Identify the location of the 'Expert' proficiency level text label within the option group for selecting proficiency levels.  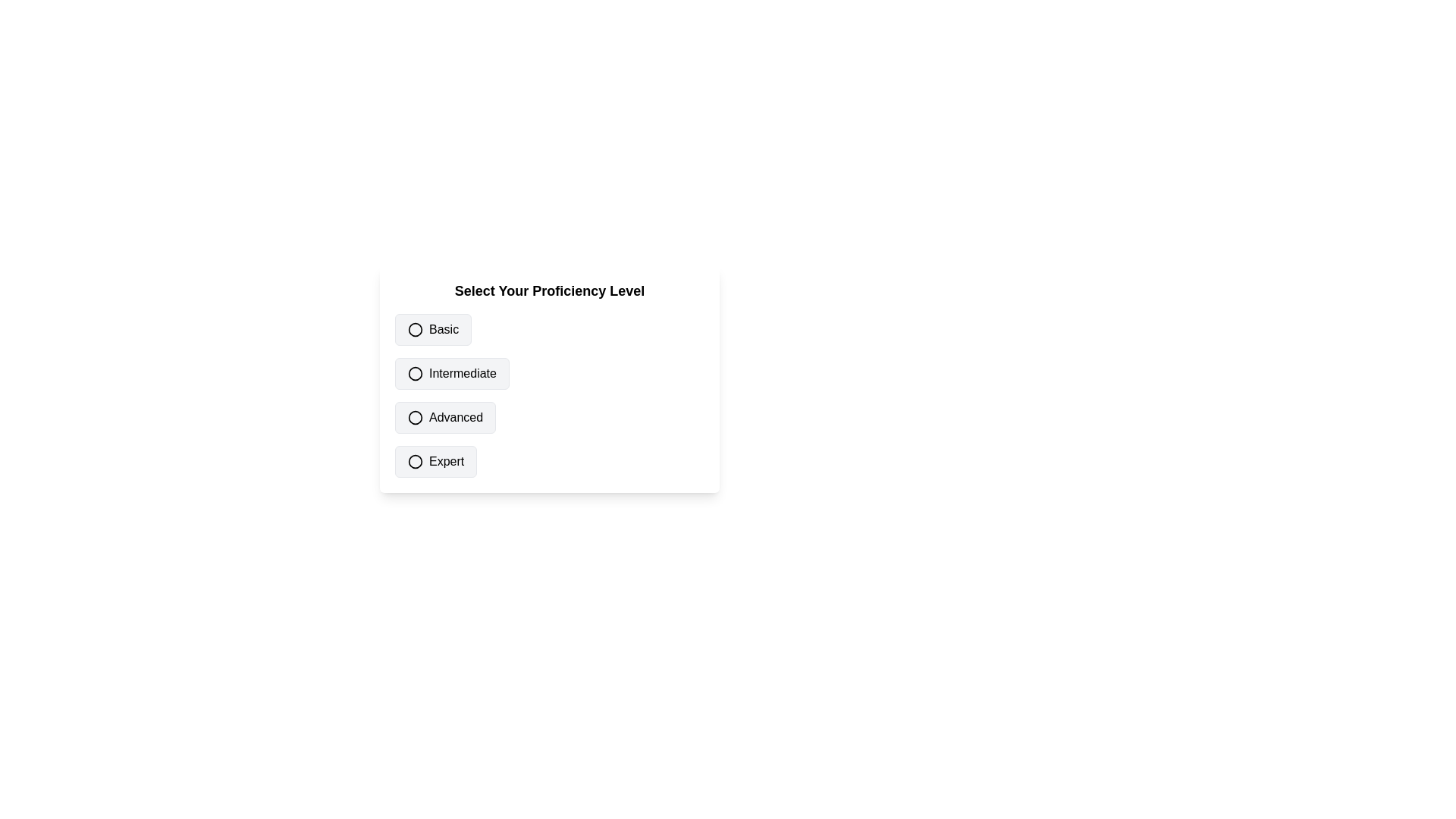
(446, 461).